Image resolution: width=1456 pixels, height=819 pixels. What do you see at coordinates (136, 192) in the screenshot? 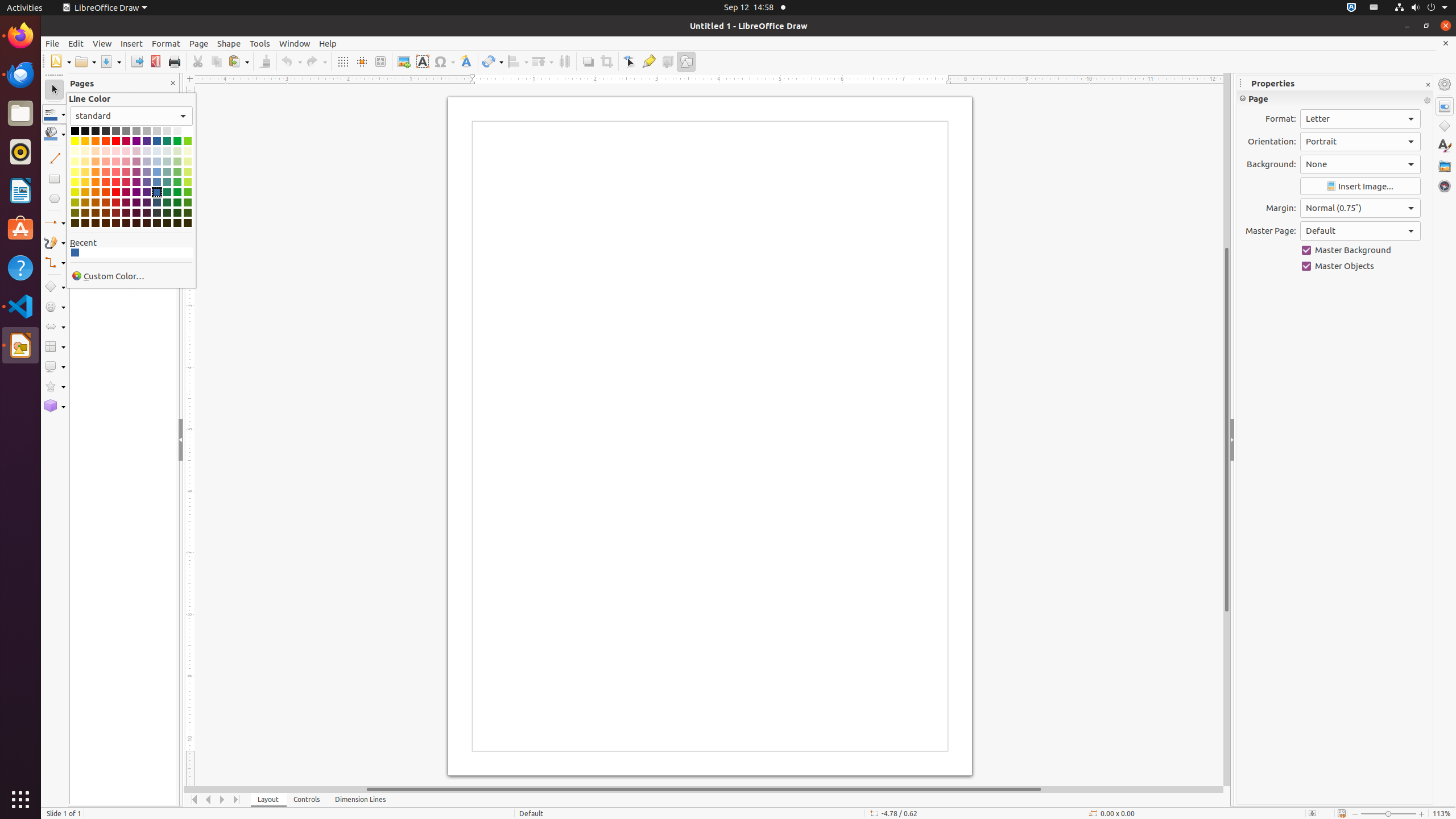
I see `'Dark Purple 1'` at bounding box center [136, 192].